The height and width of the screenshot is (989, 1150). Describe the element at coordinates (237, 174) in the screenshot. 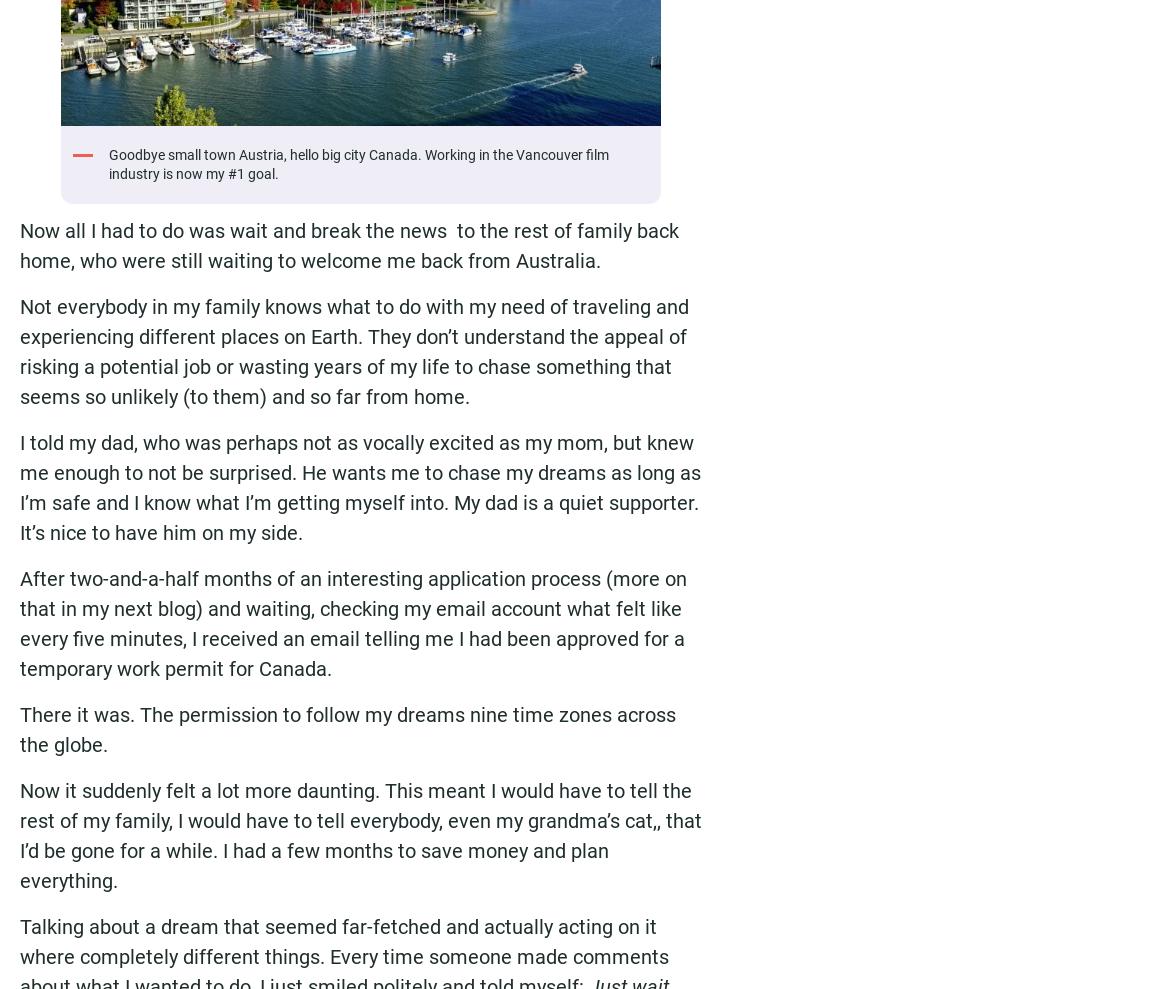

I see `'Privacy Policy'` at that location.